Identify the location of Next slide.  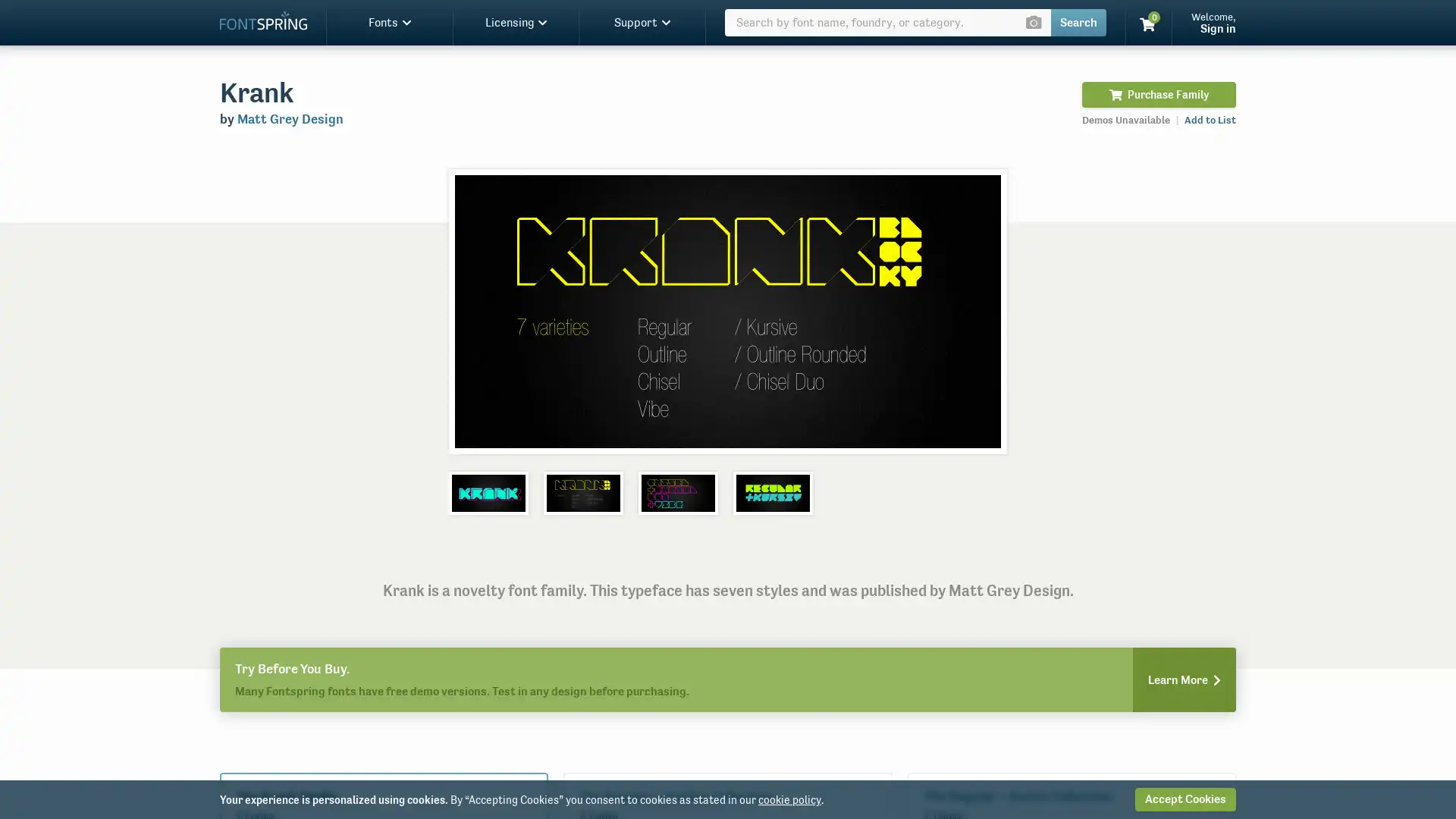
(978, 311).